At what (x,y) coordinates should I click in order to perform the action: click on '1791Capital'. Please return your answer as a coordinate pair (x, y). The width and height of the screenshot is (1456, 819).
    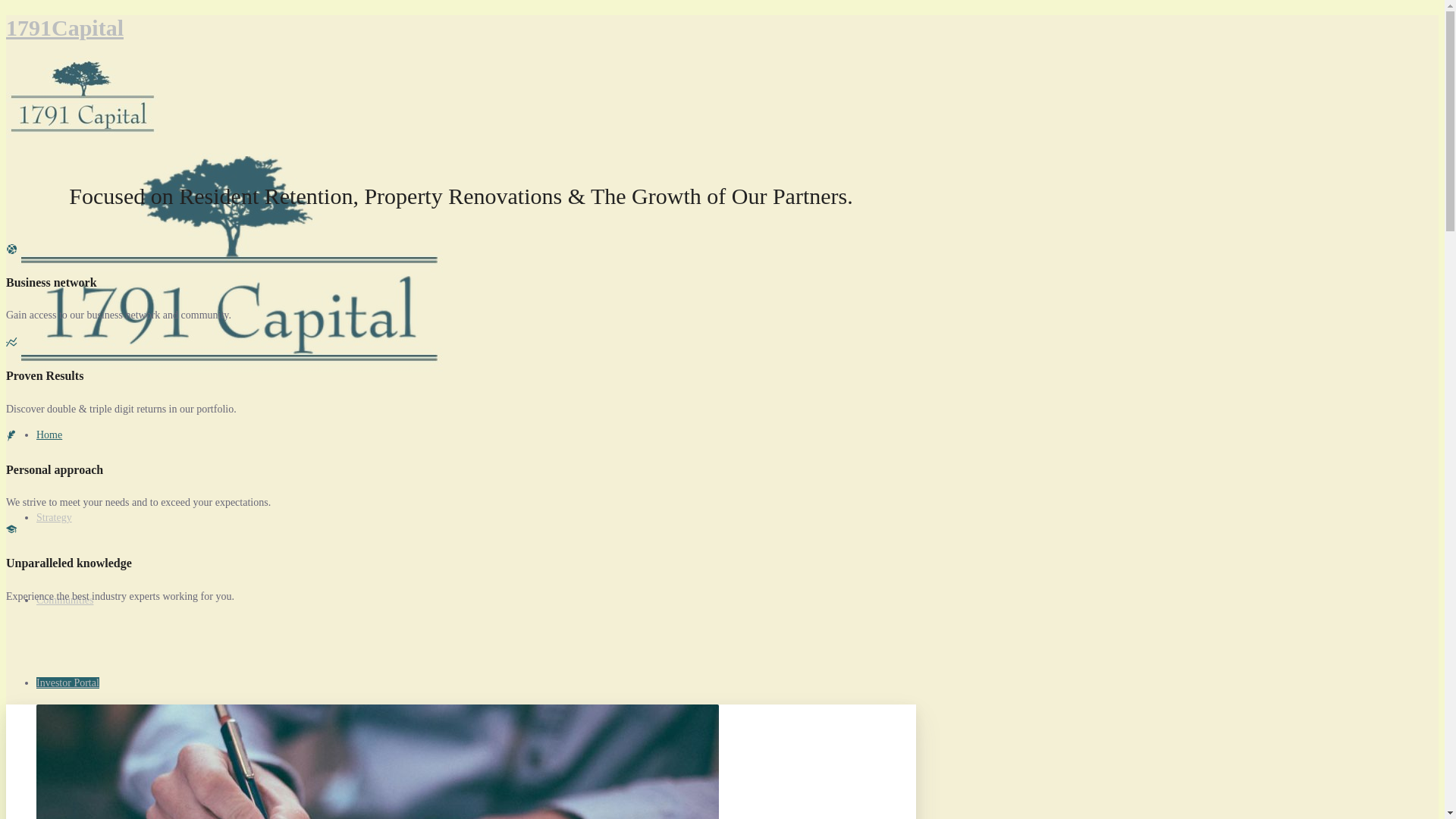
    Looking at the image, I should click on (64, 27).